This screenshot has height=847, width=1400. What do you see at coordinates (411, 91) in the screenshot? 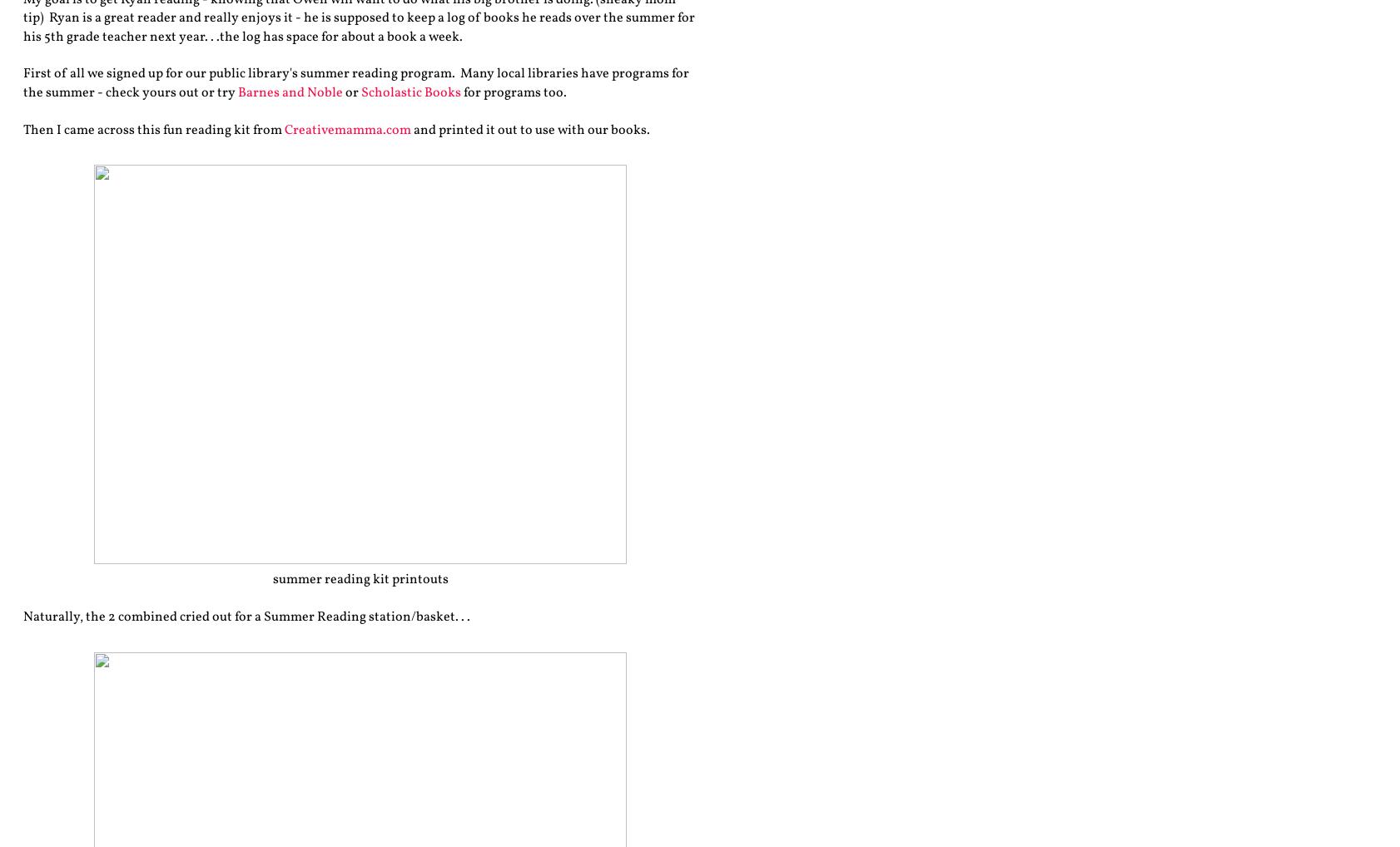
I see `'Scholastic Books'` at bounding box center [411, 91].